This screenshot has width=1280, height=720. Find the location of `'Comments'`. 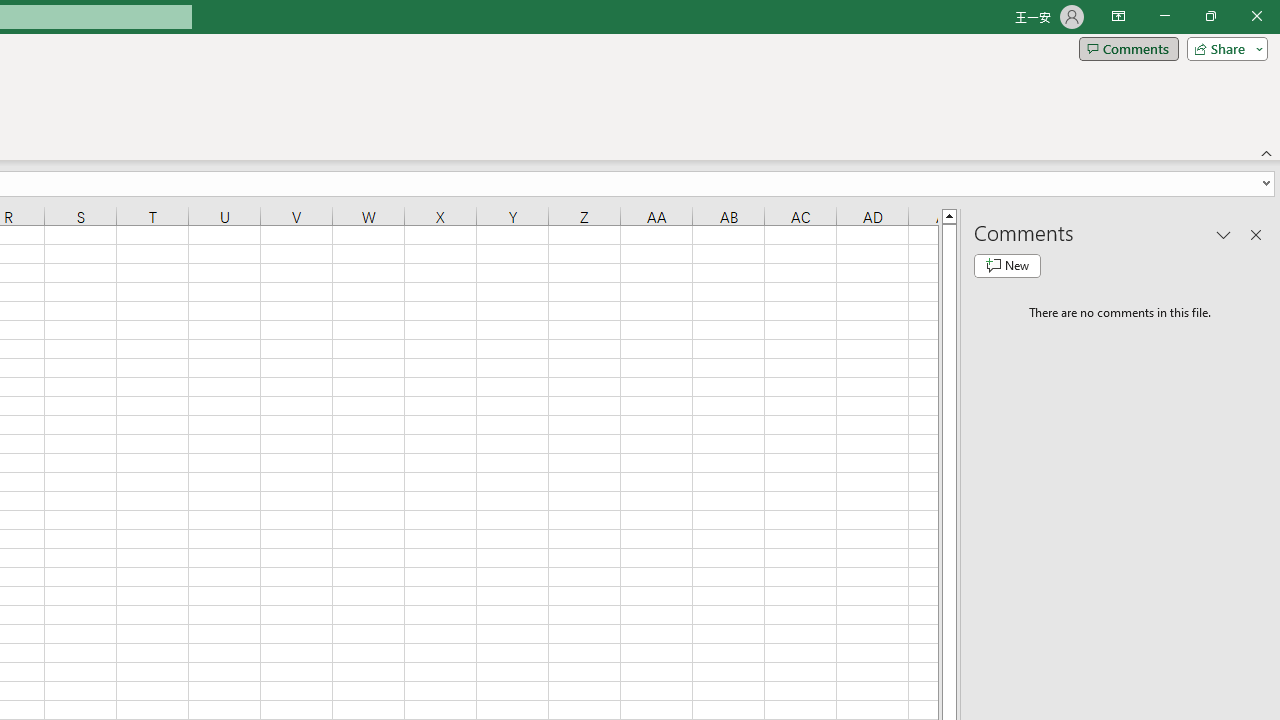

'Comments' is located at coordinates (1128, 47).